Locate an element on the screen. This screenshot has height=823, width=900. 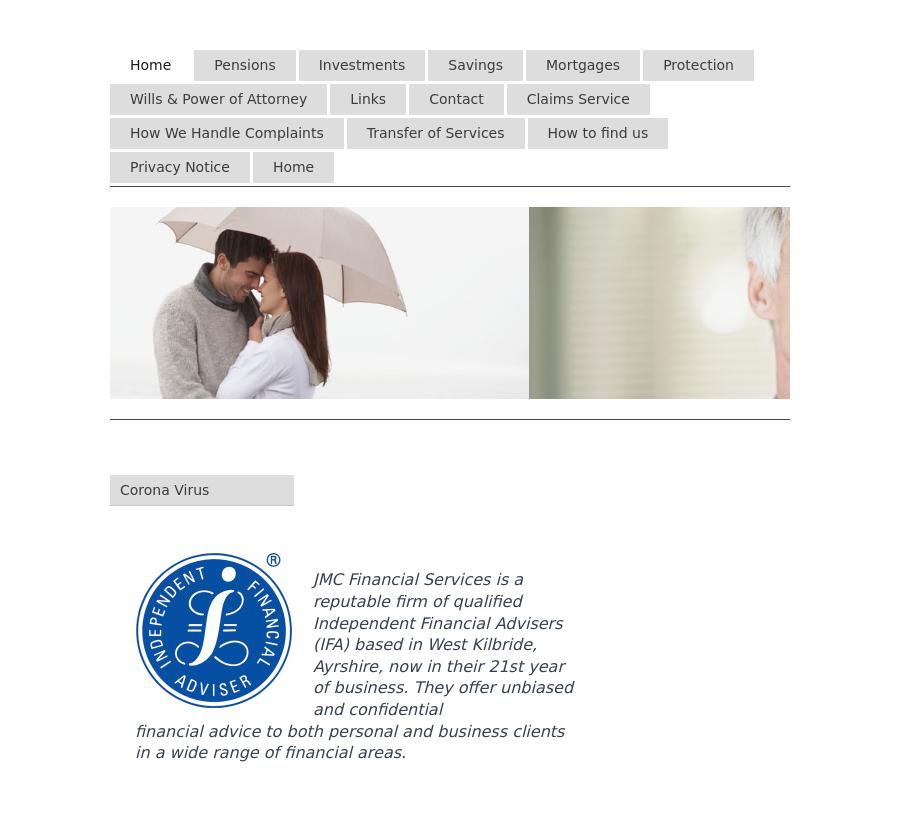
'How We Handle Complaints' is located at coordinates (225, 132).